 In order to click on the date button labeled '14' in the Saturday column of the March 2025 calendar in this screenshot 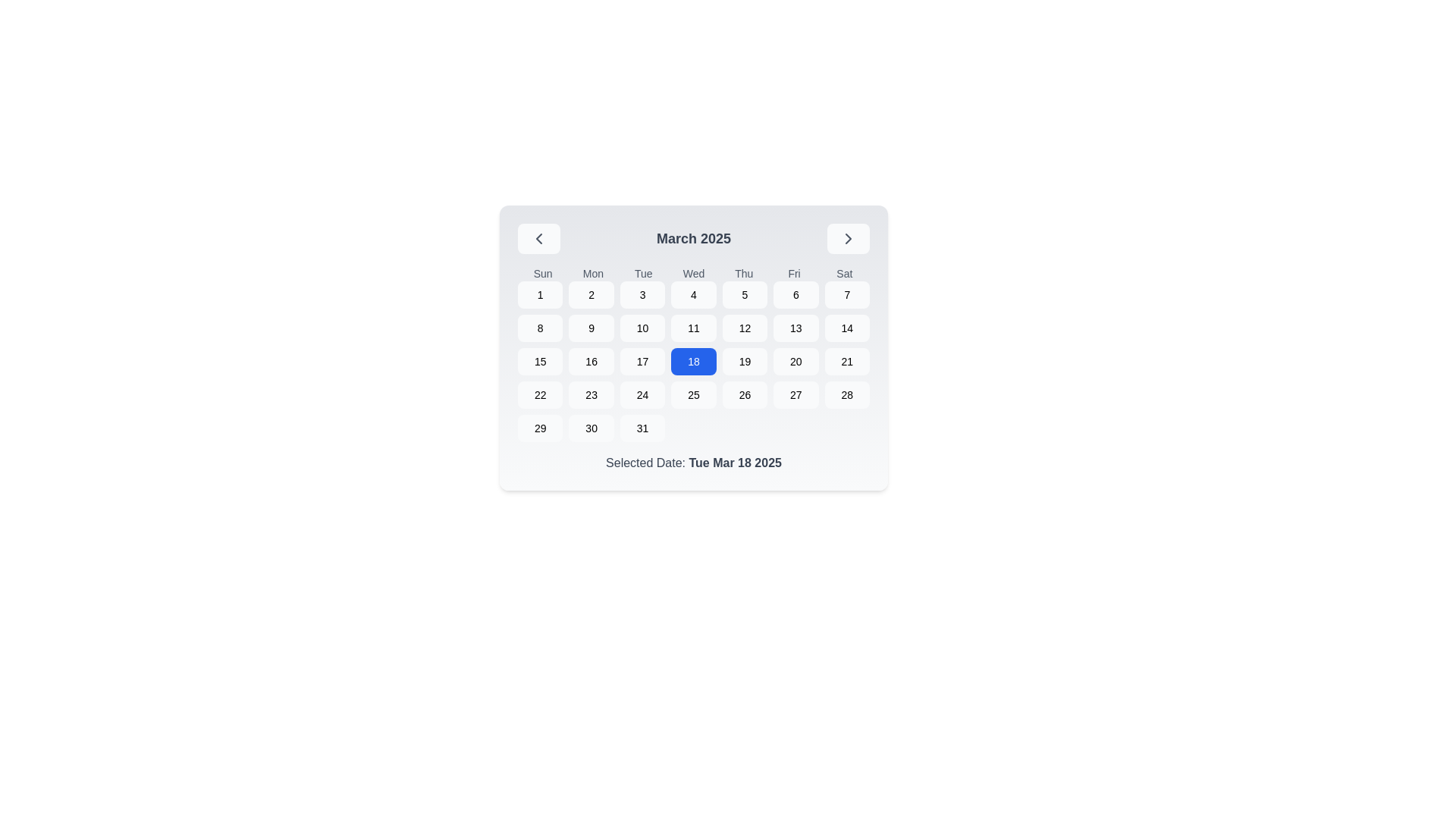, I will do `click(846, 327)`.